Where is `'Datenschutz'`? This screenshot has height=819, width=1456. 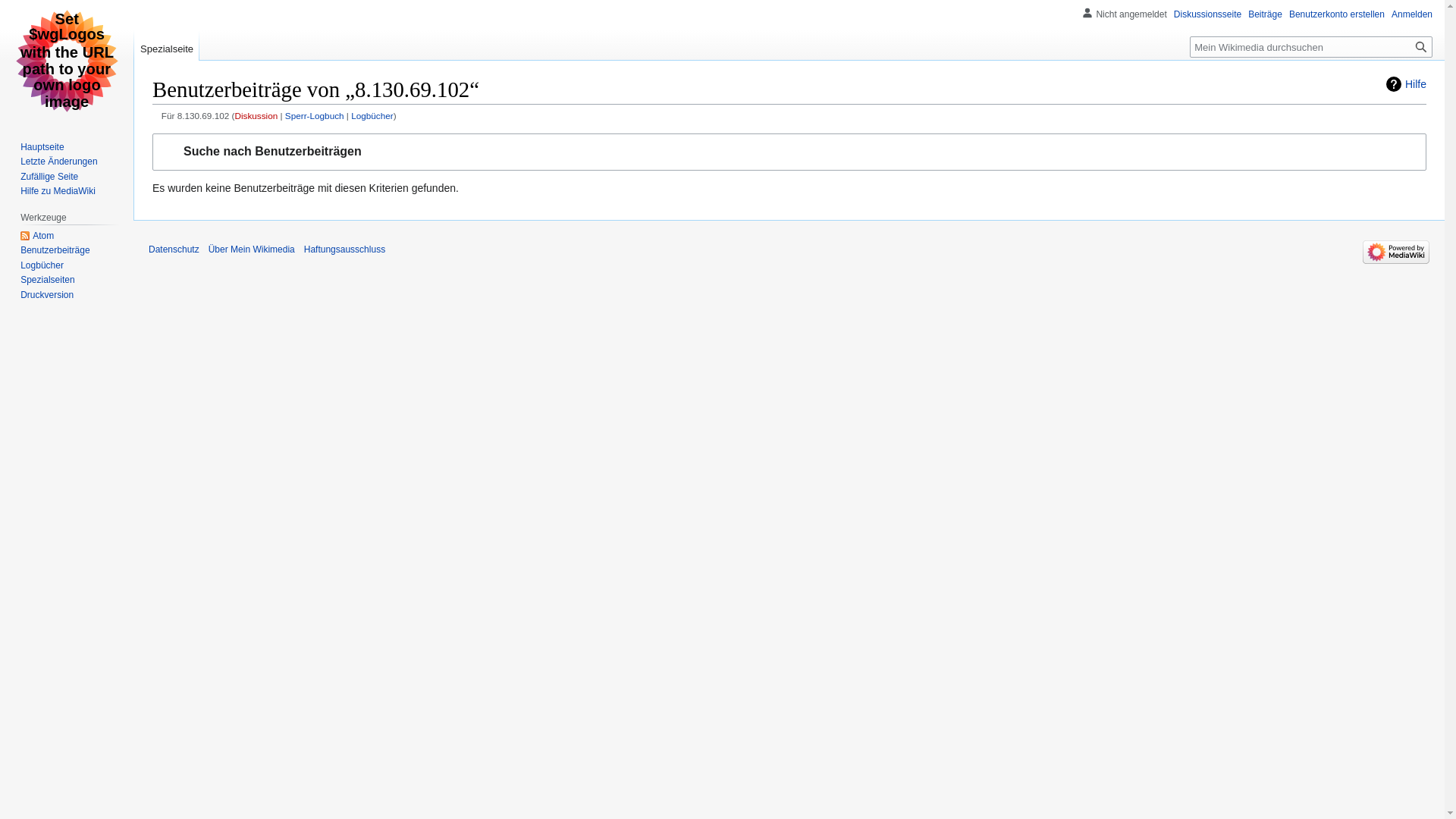 'Datenschutz' is located at coordinates (149, 248).